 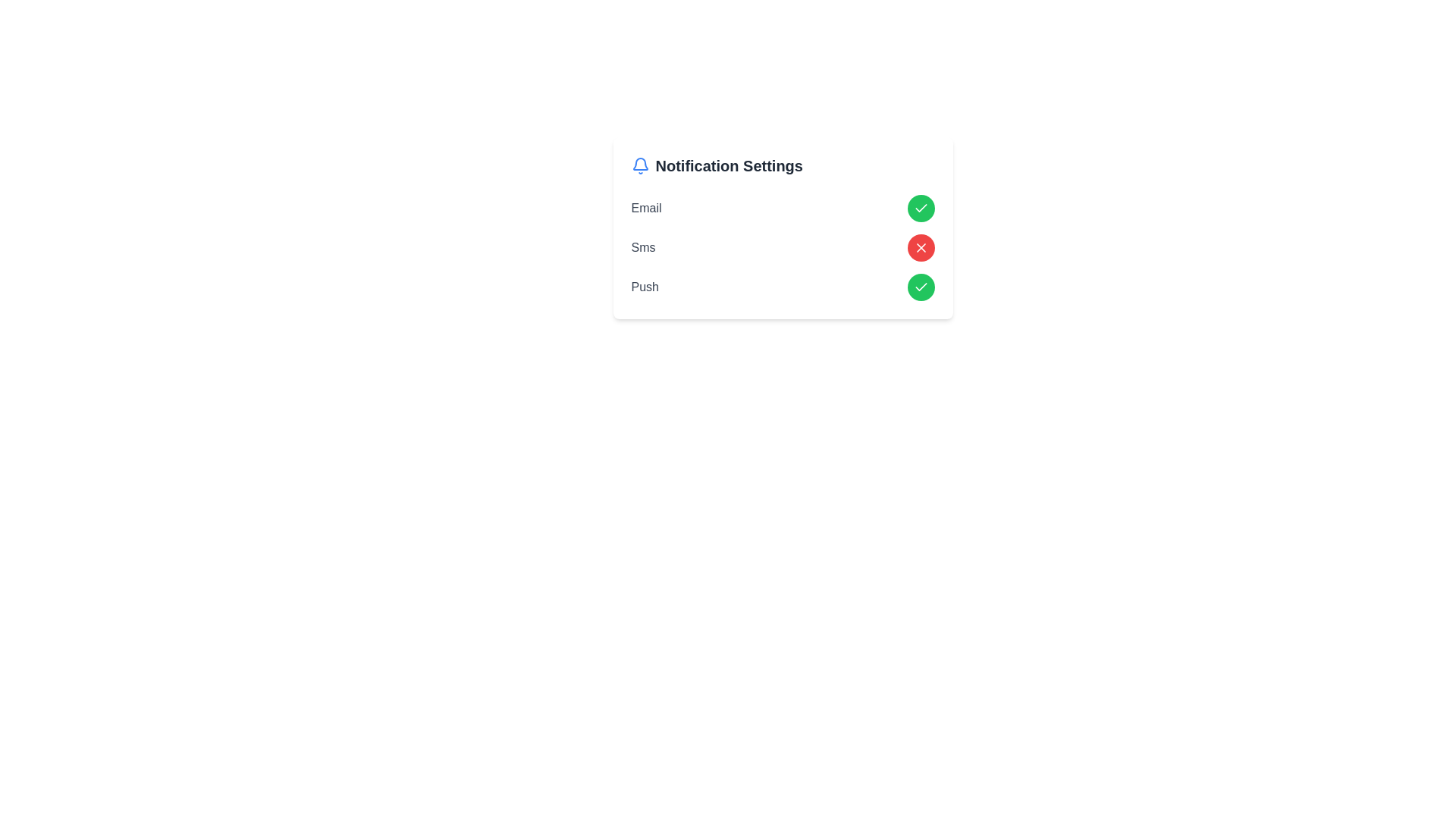 I want to click on the bell icon representing notifications, located, so click(x=640, y=166).